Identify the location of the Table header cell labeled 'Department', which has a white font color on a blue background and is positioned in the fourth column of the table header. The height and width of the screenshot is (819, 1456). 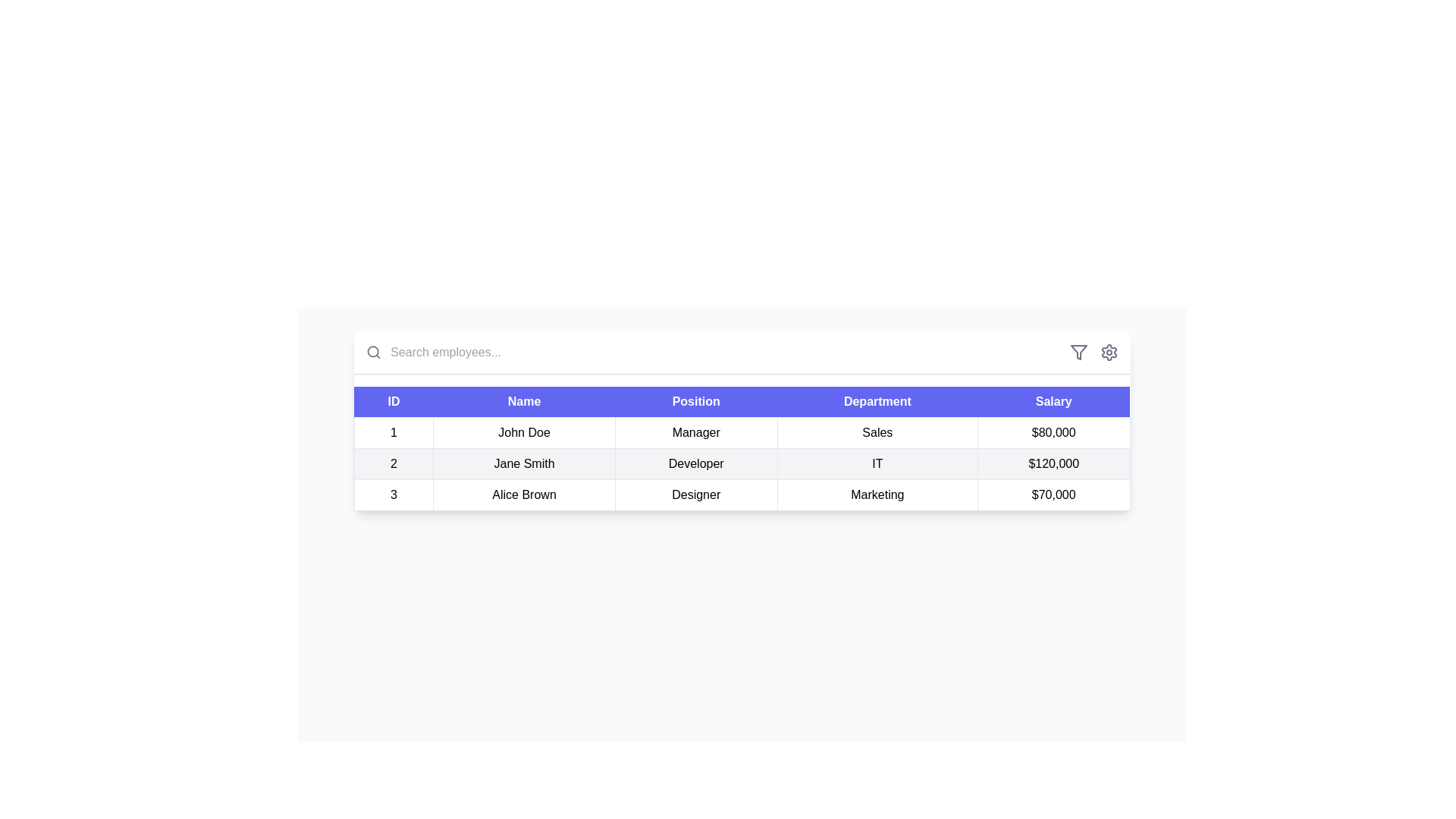
(877, 401).